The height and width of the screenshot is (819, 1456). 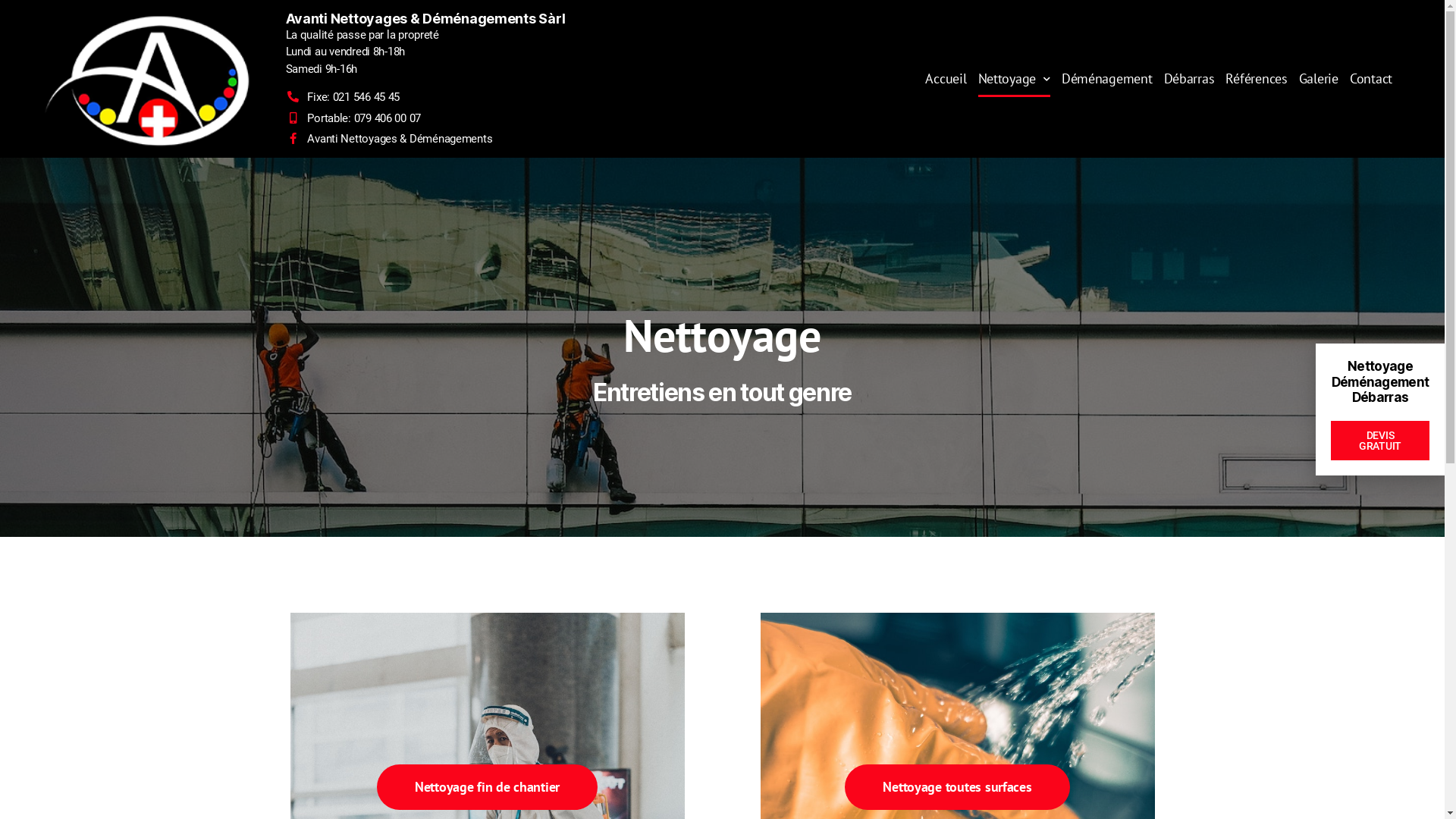 What do you see at coordinates (1379, 441) in the screenshot?
I see `'DEVIS GRATUIT'` at bounding box center [1379, 441].